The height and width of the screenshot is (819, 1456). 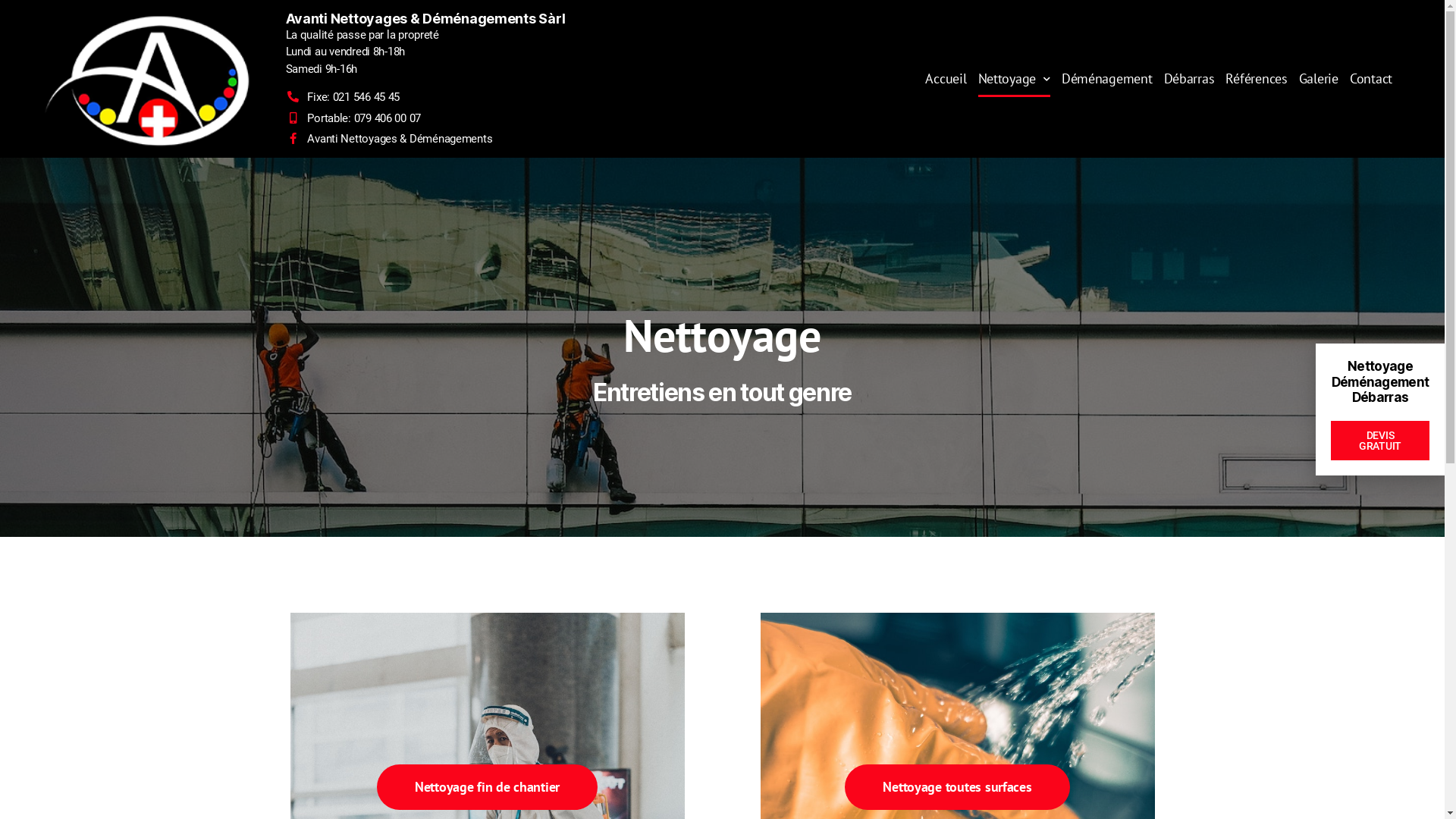 What do you see at coordinates (1379, 441) in the screenshot?
I see `'DEVIS GRATUIT'` at bounding box center [1379, 441].